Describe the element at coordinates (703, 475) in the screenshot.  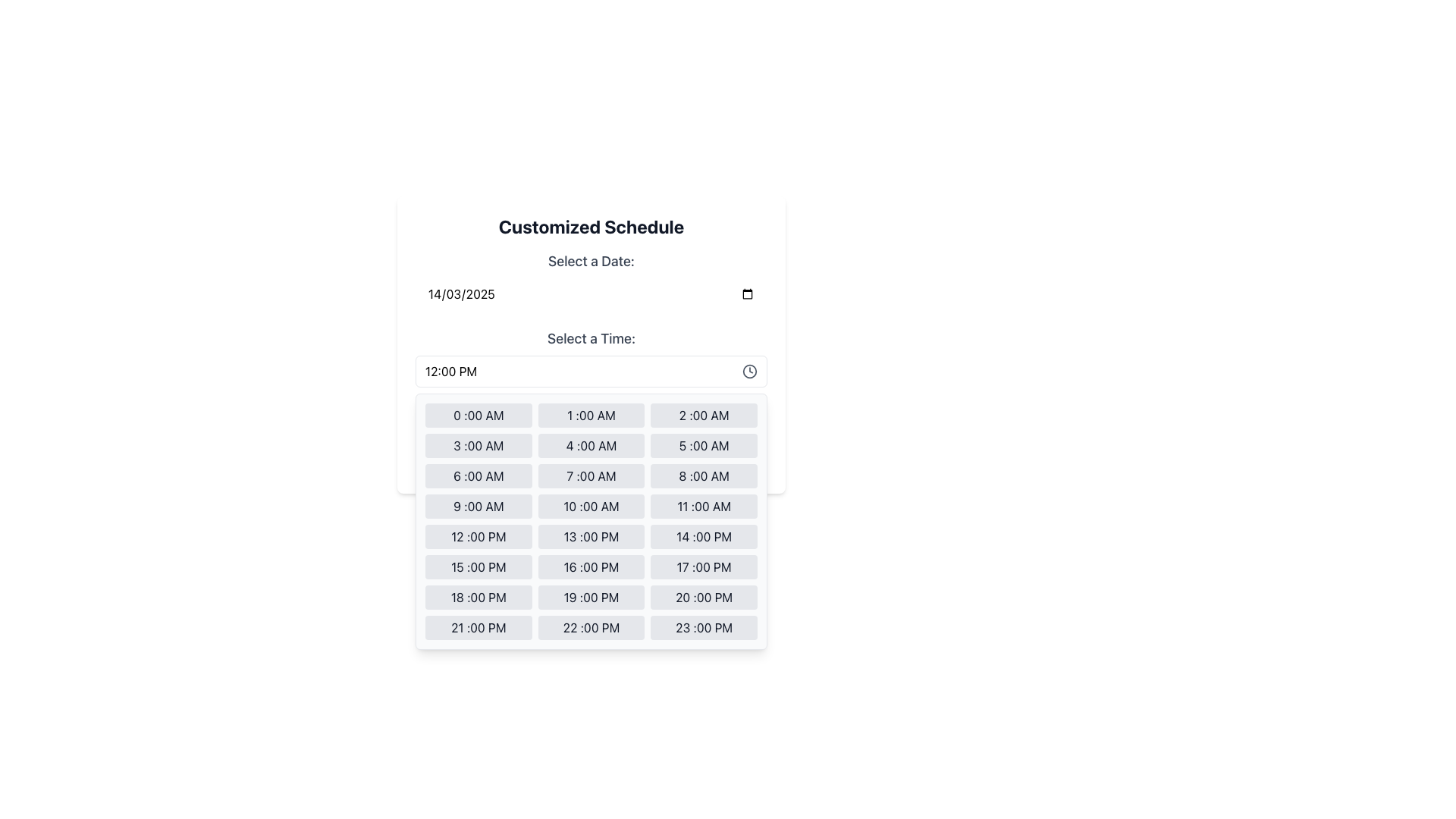
I see `the button in the third column and third row of the dropdown panel labeled 'Select a Time'` at that location.